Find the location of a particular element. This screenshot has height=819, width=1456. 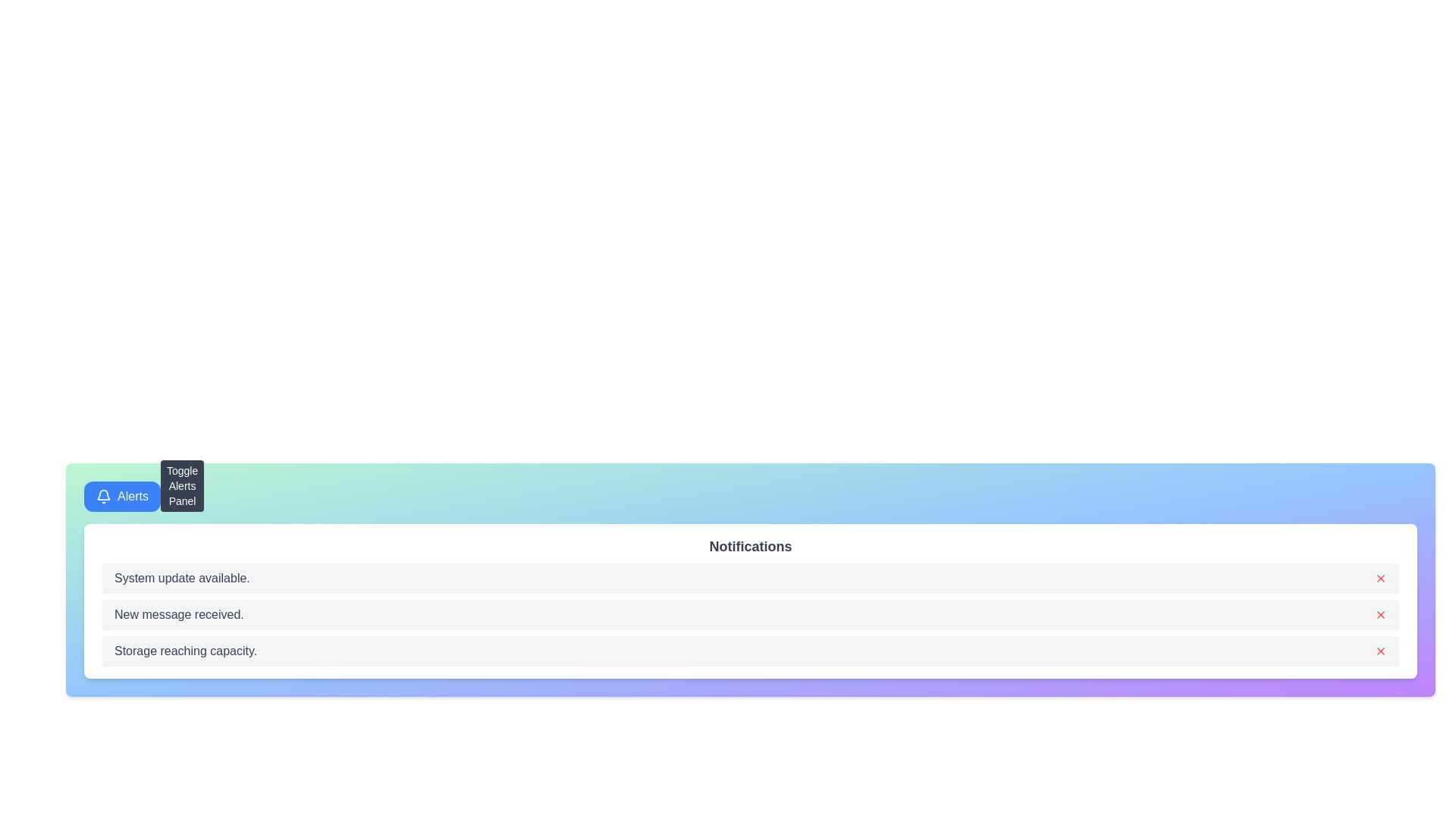

notification message indicating that storage is nearing its capacity, which is the third notification row below the 'Notifications' title bar is located at coordinates (750, 651).